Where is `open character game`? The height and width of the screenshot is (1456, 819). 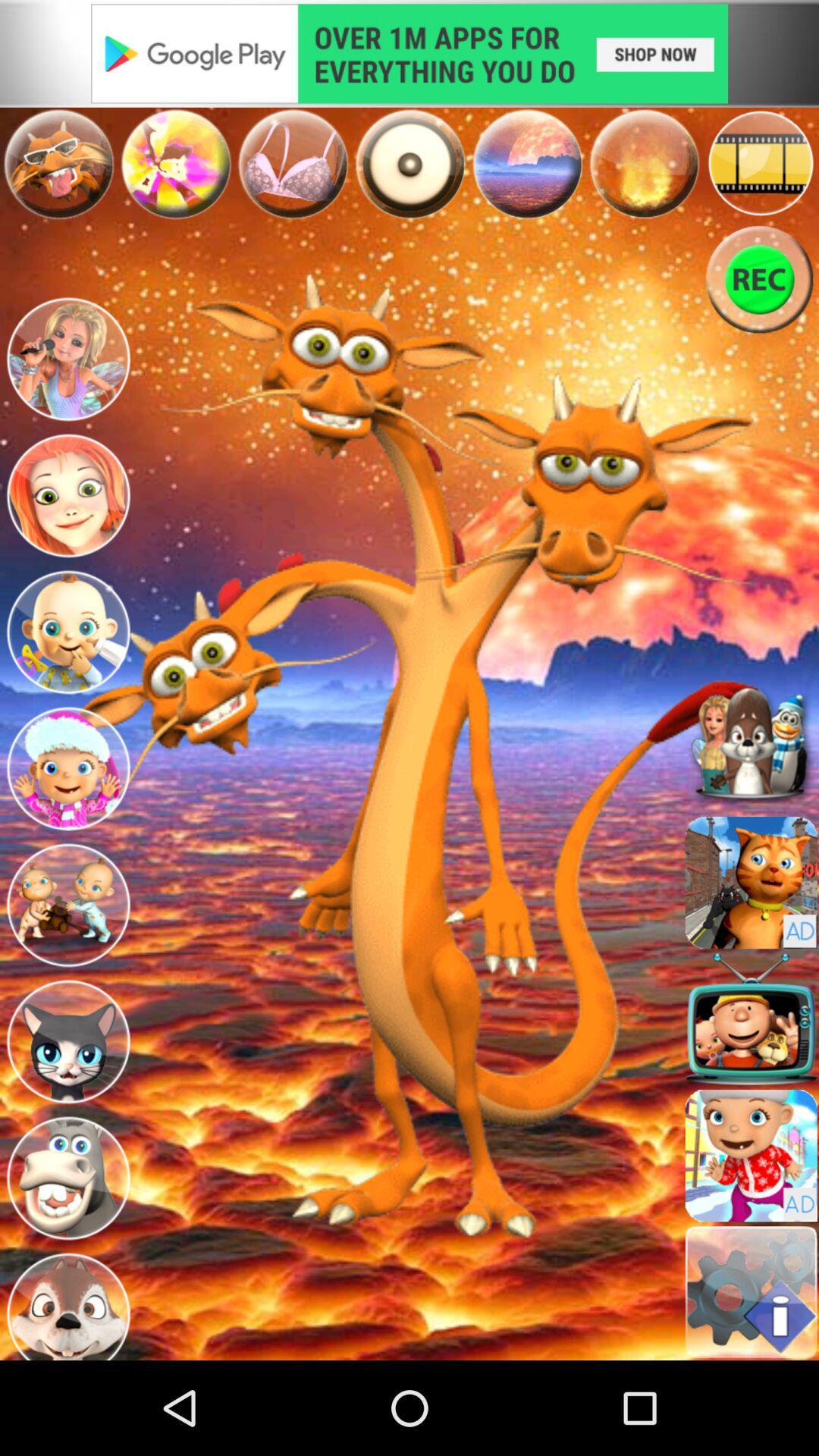
open character game is located at coordinates (67, 360).